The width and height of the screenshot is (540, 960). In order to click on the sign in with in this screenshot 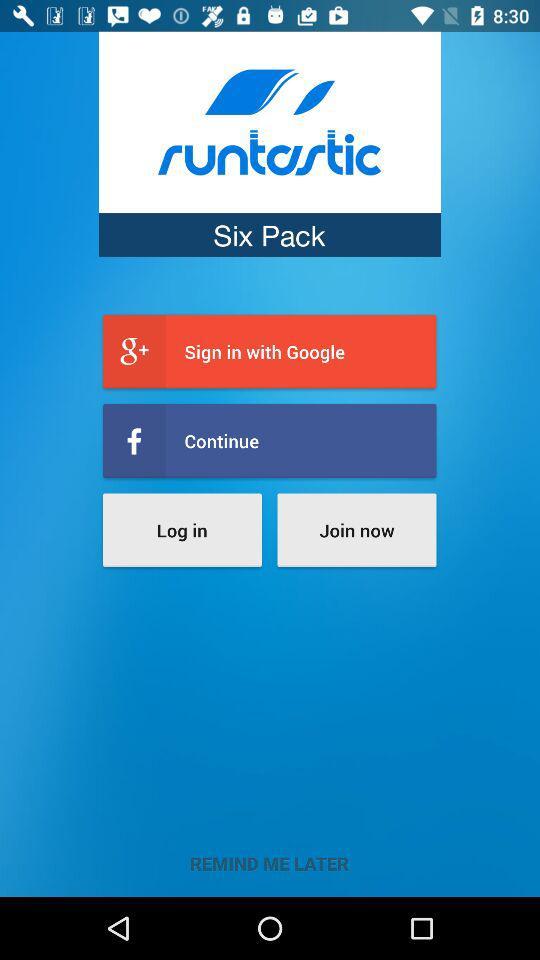, I will do `click(269, 351)`.